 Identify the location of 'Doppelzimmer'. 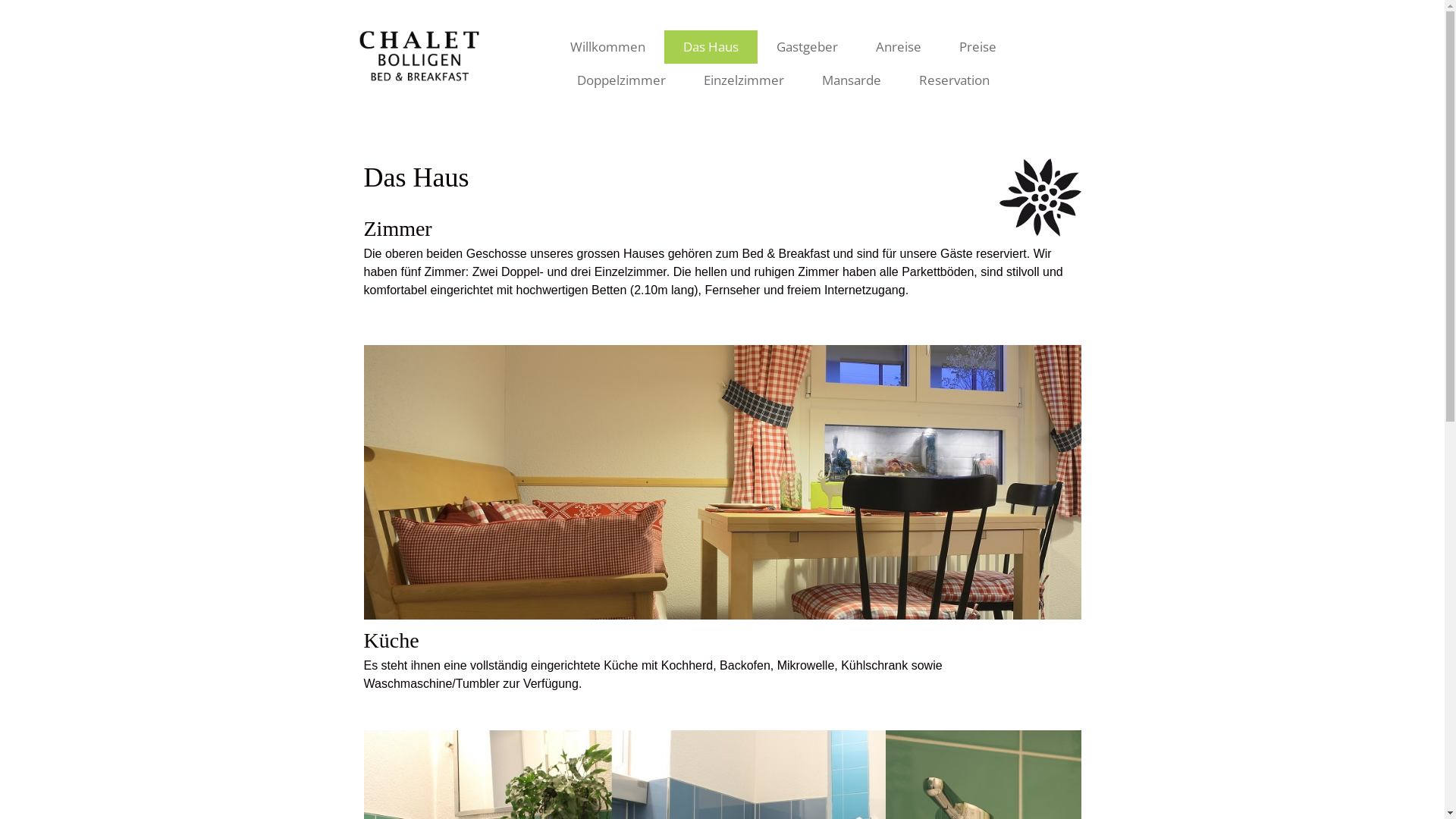
(621, 80).